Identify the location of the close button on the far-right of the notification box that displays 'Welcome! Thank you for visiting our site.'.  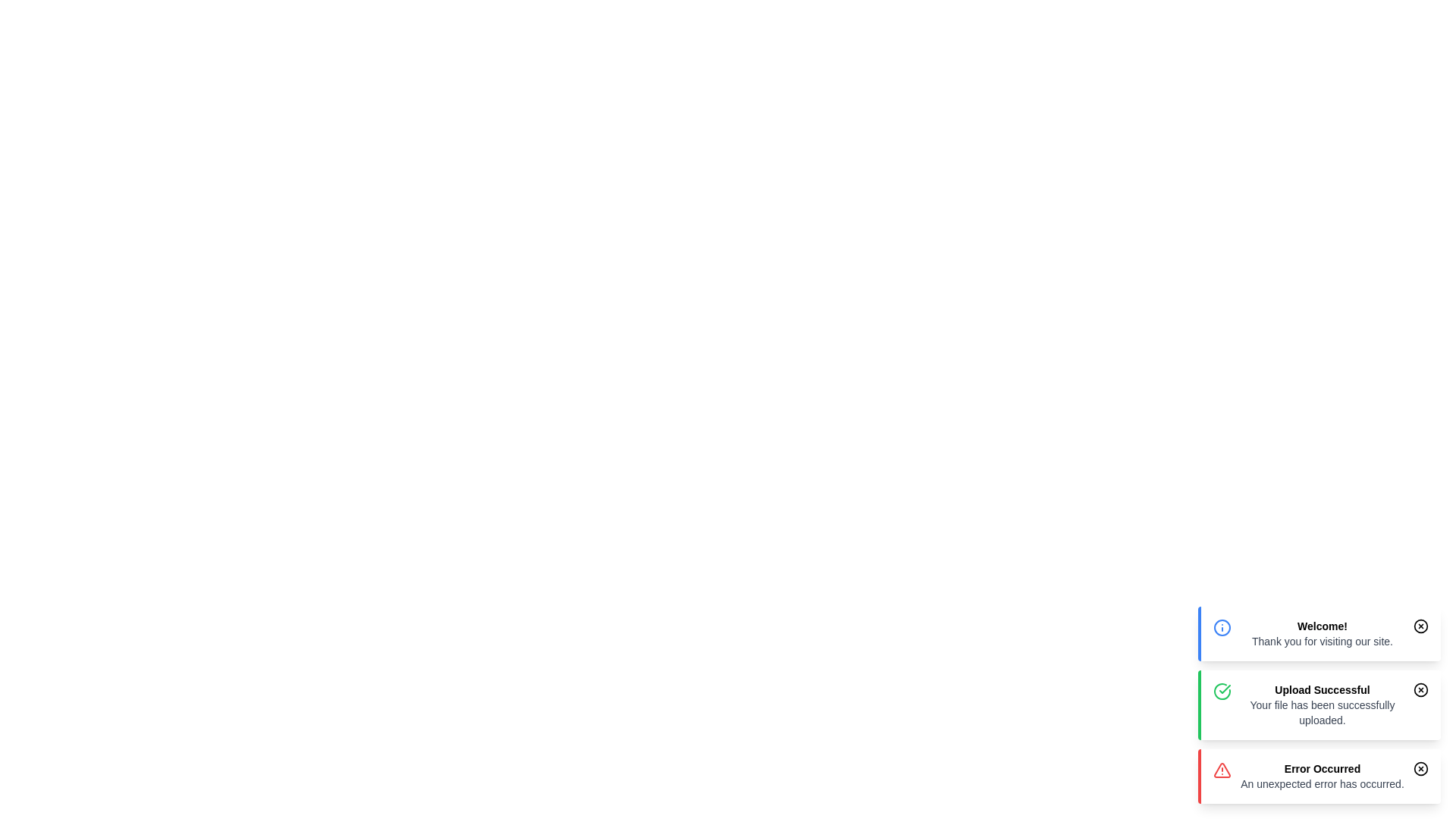
(1420, 626).